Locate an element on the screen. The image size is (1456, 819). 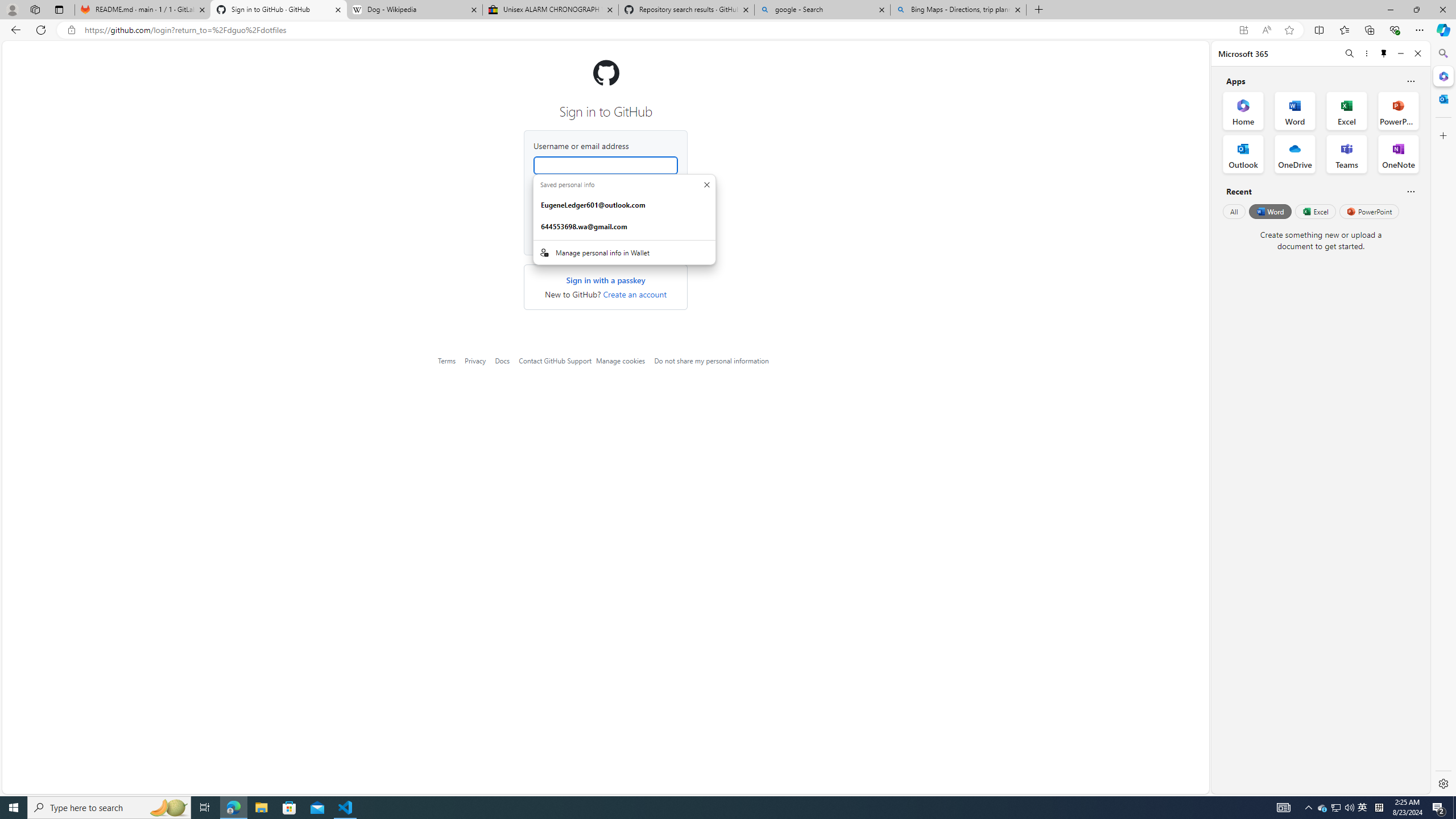
'google - Search' is located at coordinates (822, 9).